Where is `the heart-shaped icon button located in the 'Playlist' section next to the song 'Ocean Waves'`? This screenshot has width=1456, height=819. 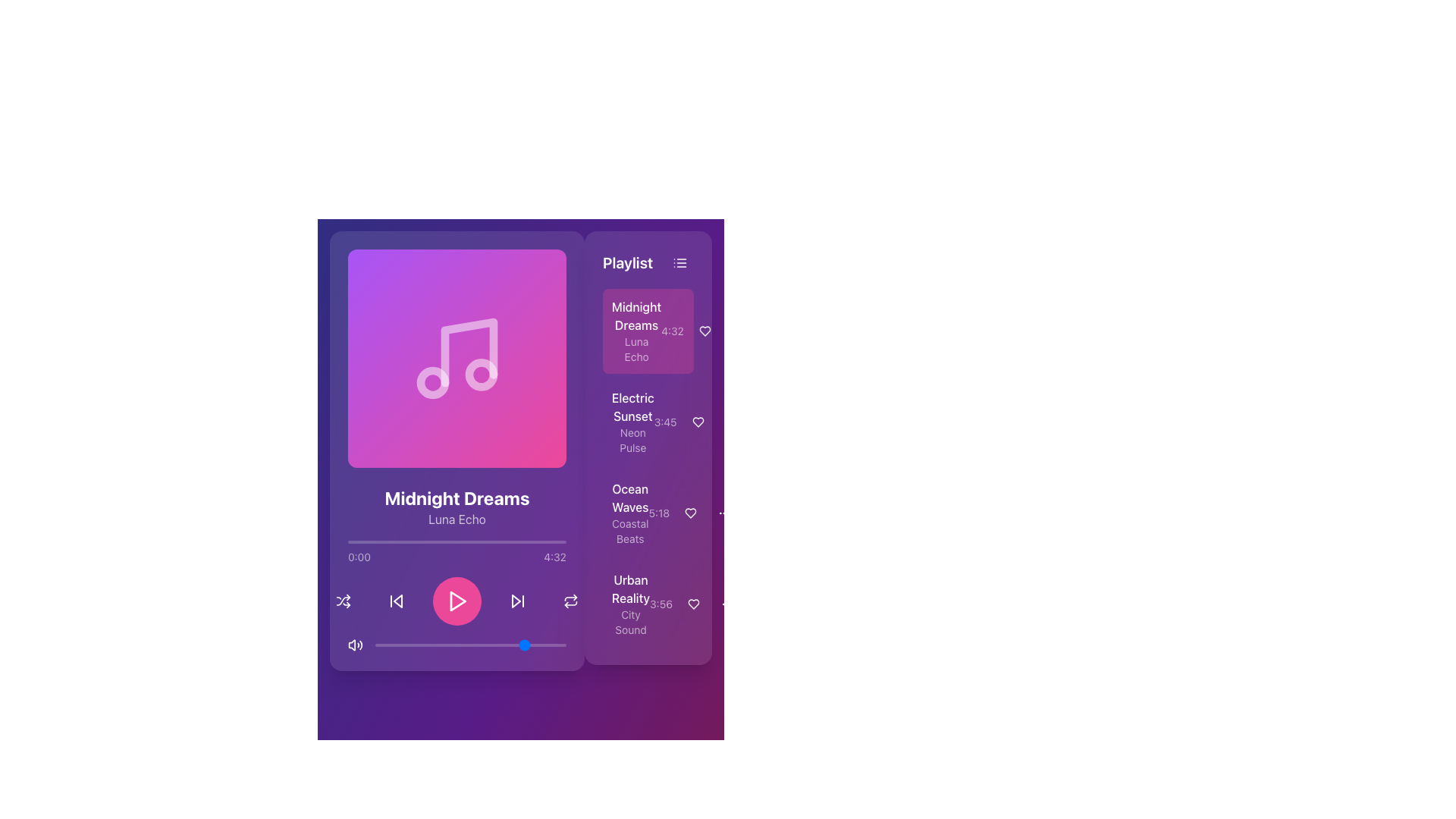 the heart-shaped icon button located in the 'Playlist' section next to the song 'Ocean Waves' is located at coordinates (690, 513).